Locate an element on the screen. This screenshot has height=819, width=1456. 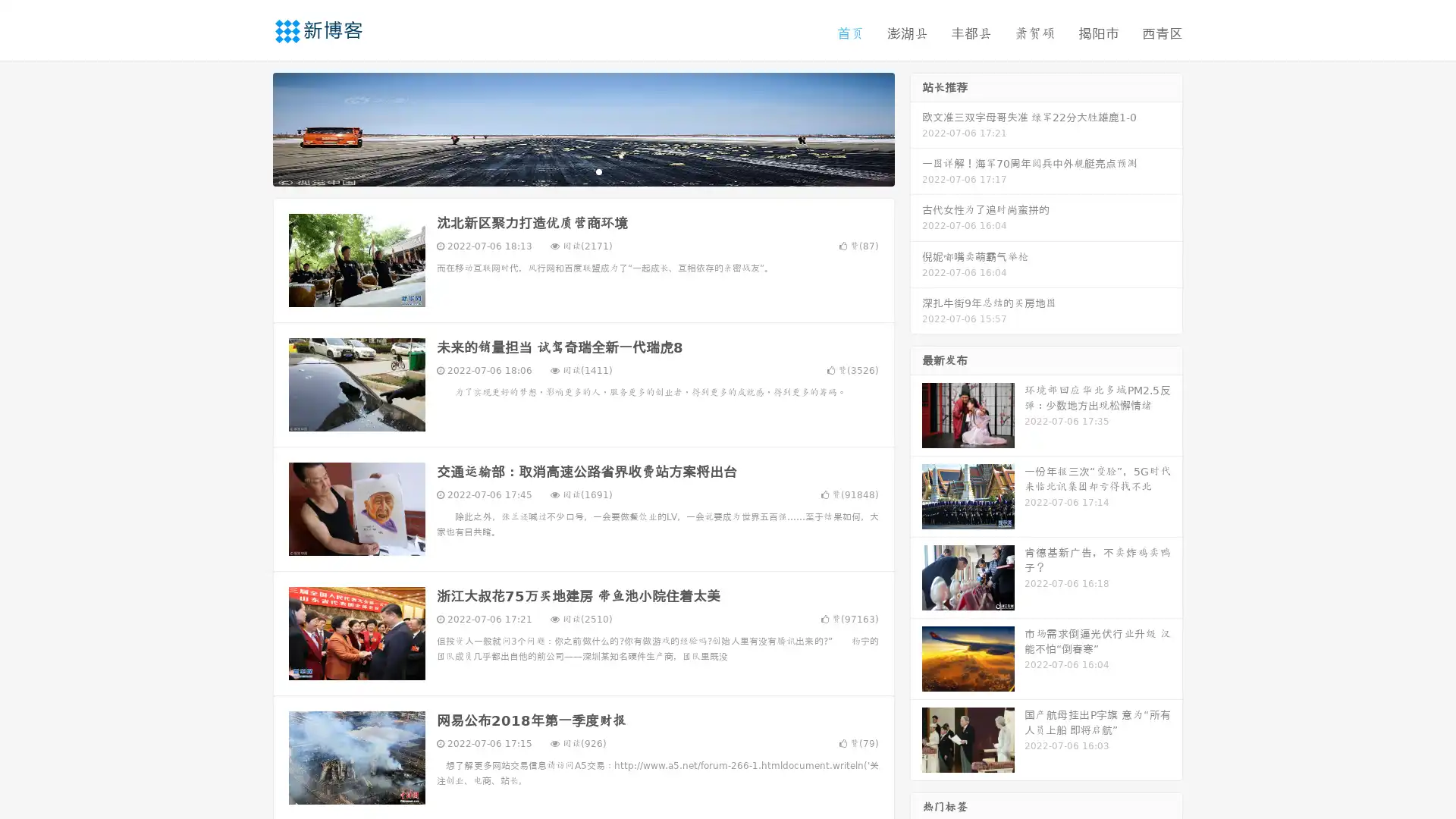
Previous slide is located at coordinates (250, 127).